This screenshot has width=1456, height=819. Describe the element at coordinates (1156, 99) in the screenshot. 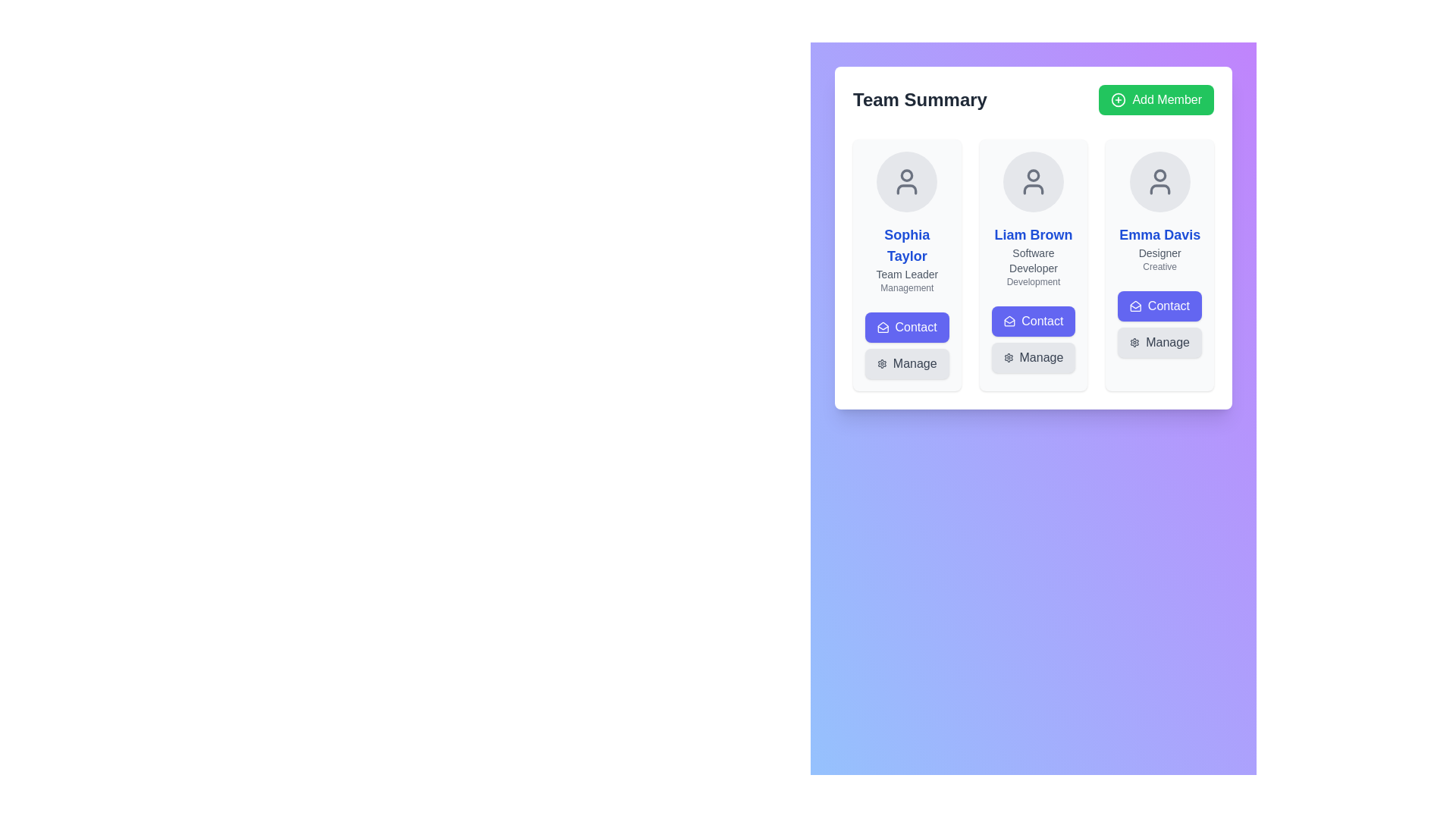

I see `the 'Add Member' button with a green background and white text located in the top-right corner of the 'Team Summary' section to initiate adding a new member` at that location.